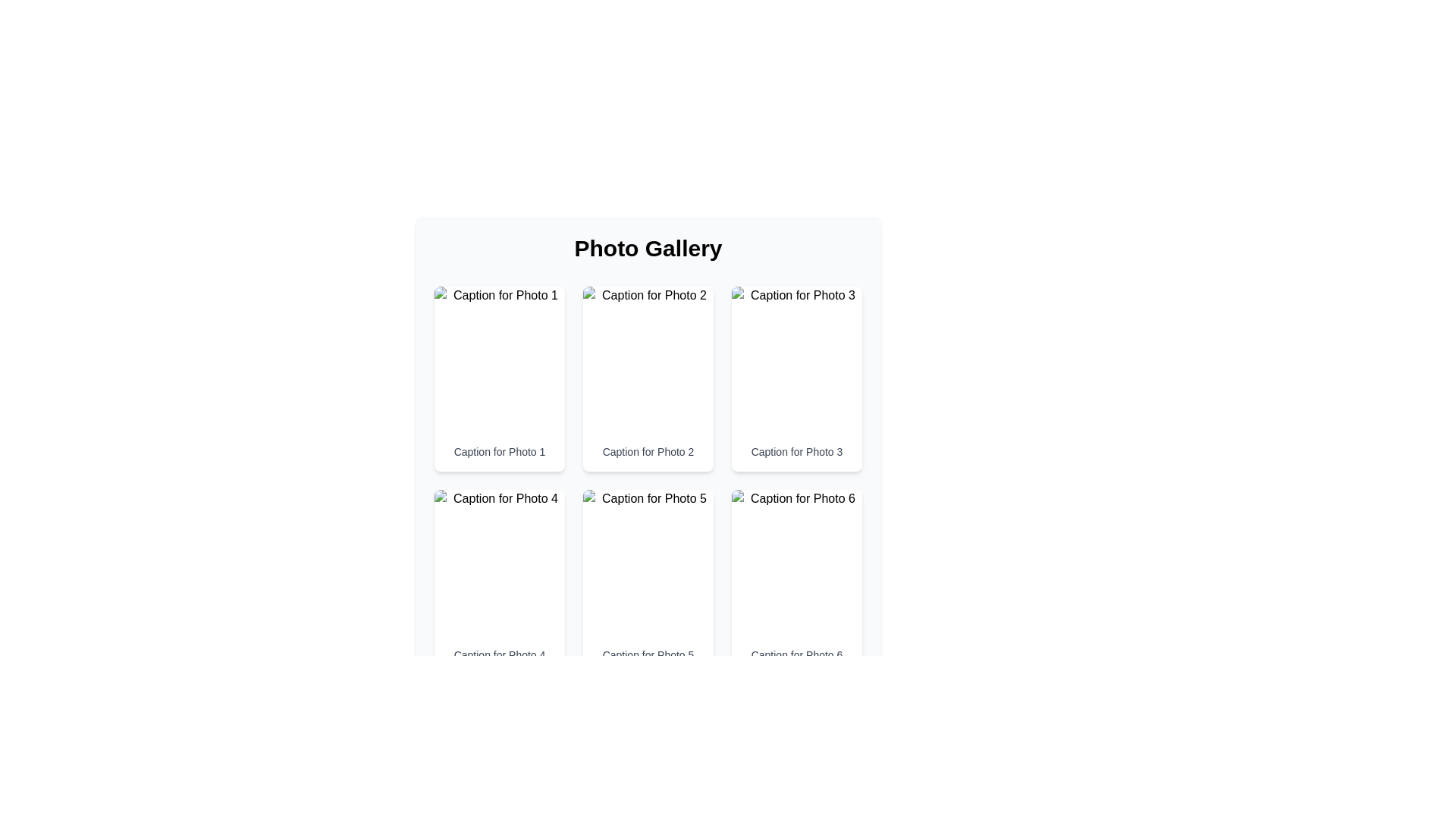 This screenshot has width=1456, height=819. I want to click on text label 'Caption for Photo 6' located in the bottom section of the last card in the second row of the grid layout, so click(796, 654).